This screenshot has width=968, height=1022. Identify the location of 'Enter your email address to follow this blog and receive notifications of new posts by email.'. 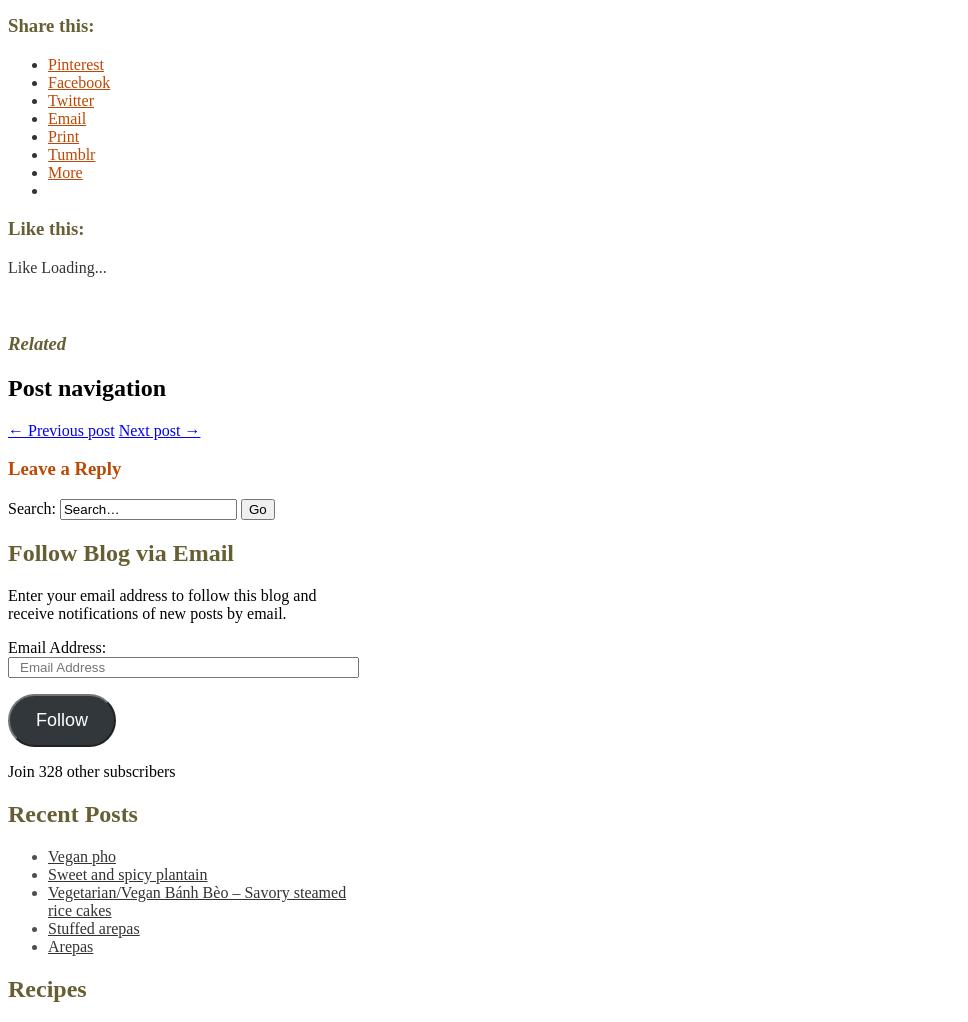
(162, 602).